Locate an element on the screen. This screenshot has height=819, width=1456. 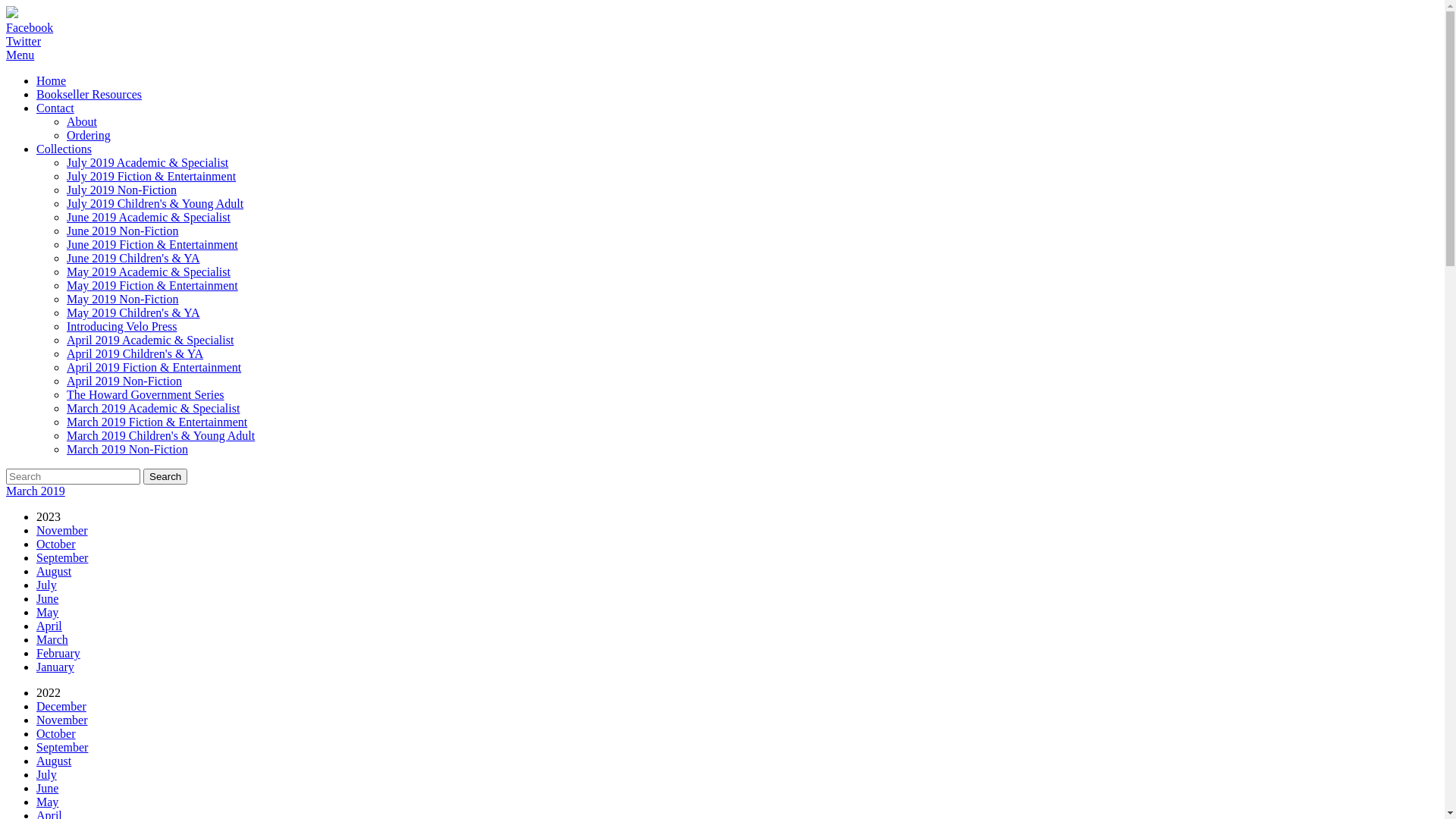
'June' is located at coordinates (36, 598).